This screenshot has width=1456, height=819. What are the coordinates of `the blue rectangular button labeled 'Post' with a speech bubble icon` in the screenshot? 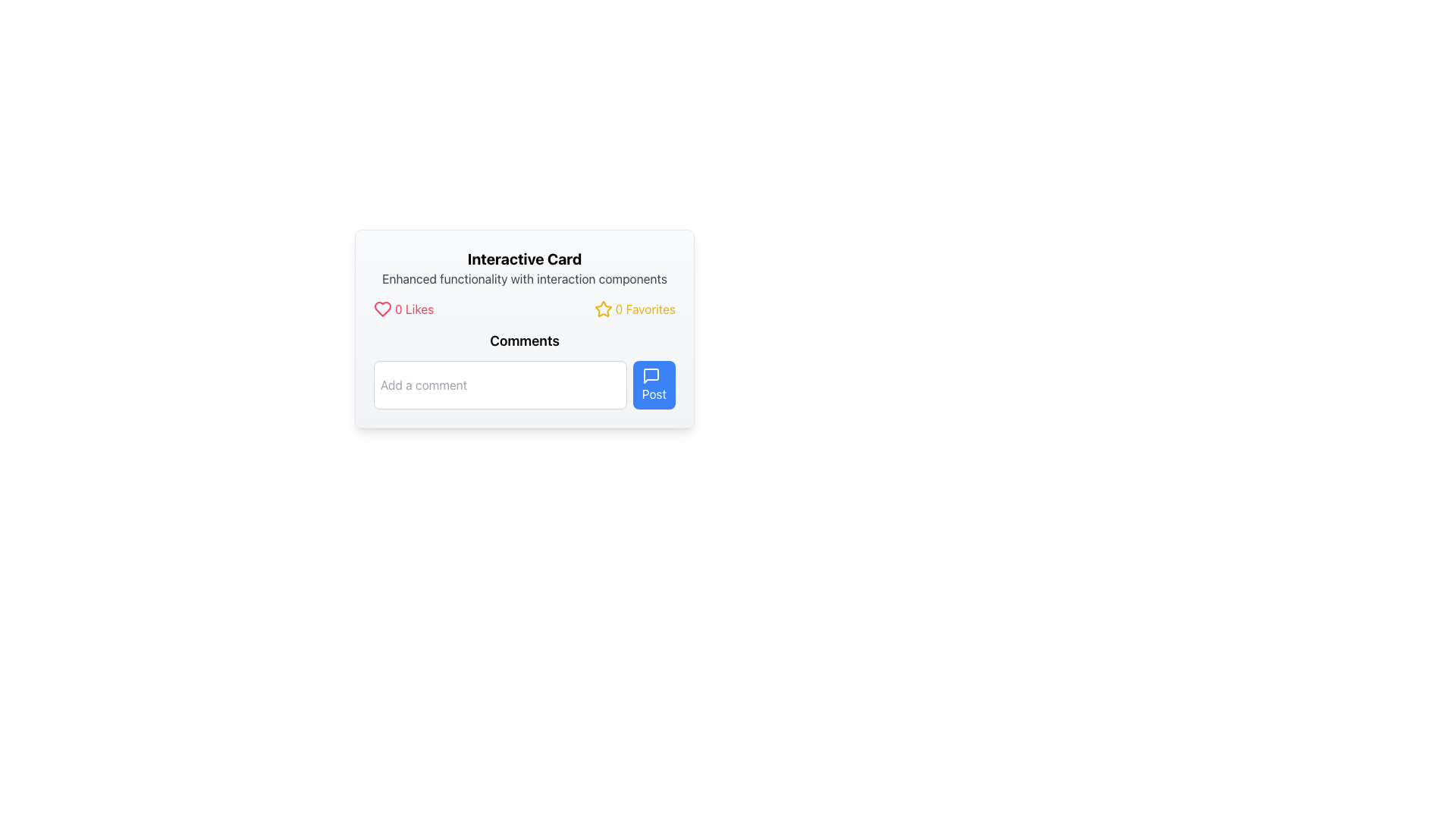 It's located at (654, 384).